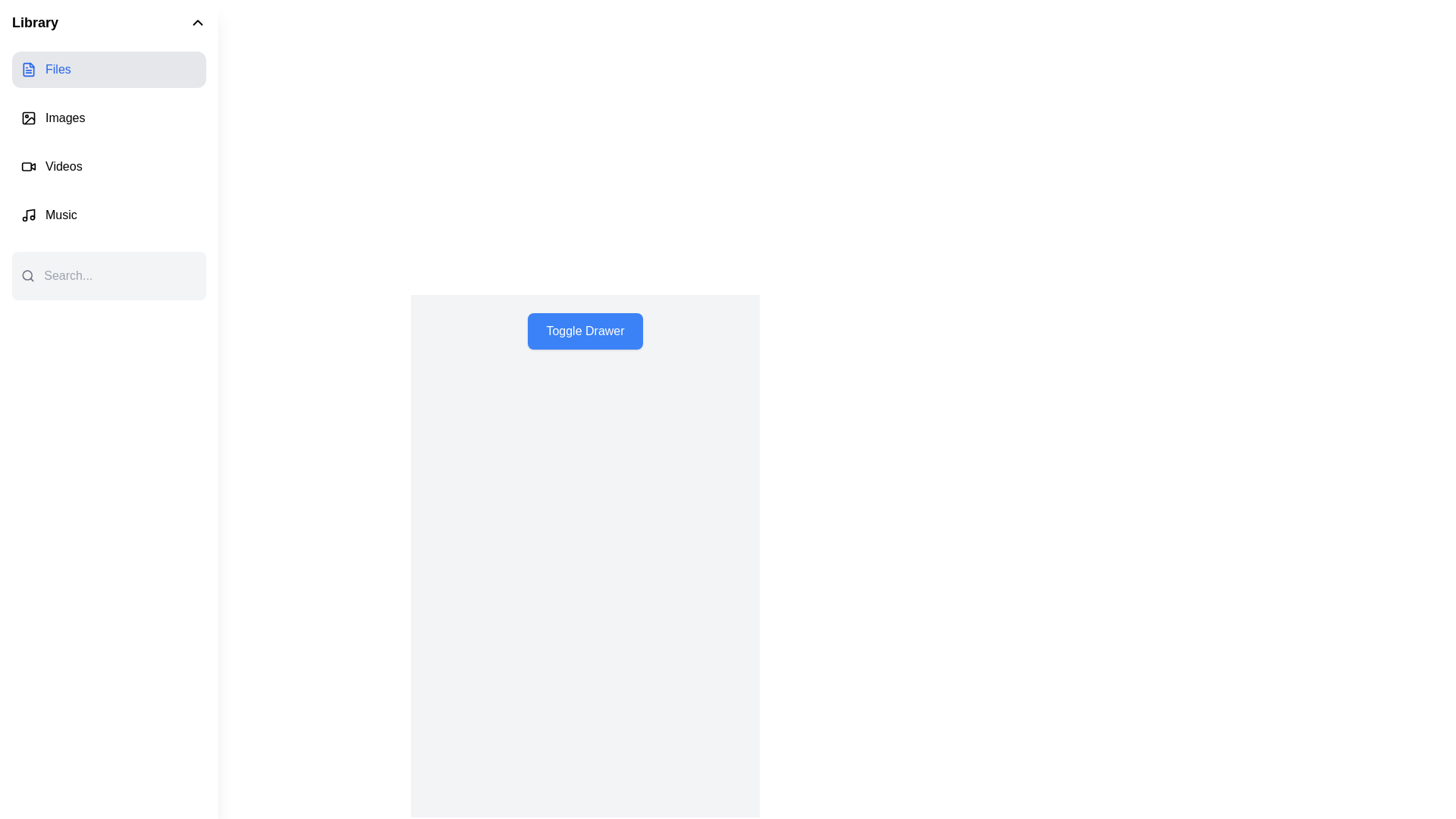 The image size is (1456, 819). I want to click on the 'Images' menu item, which is the second item in the vertical menu list located in the side navigation panel, just below 'Files' and above 'Videos', so click(108, 117).